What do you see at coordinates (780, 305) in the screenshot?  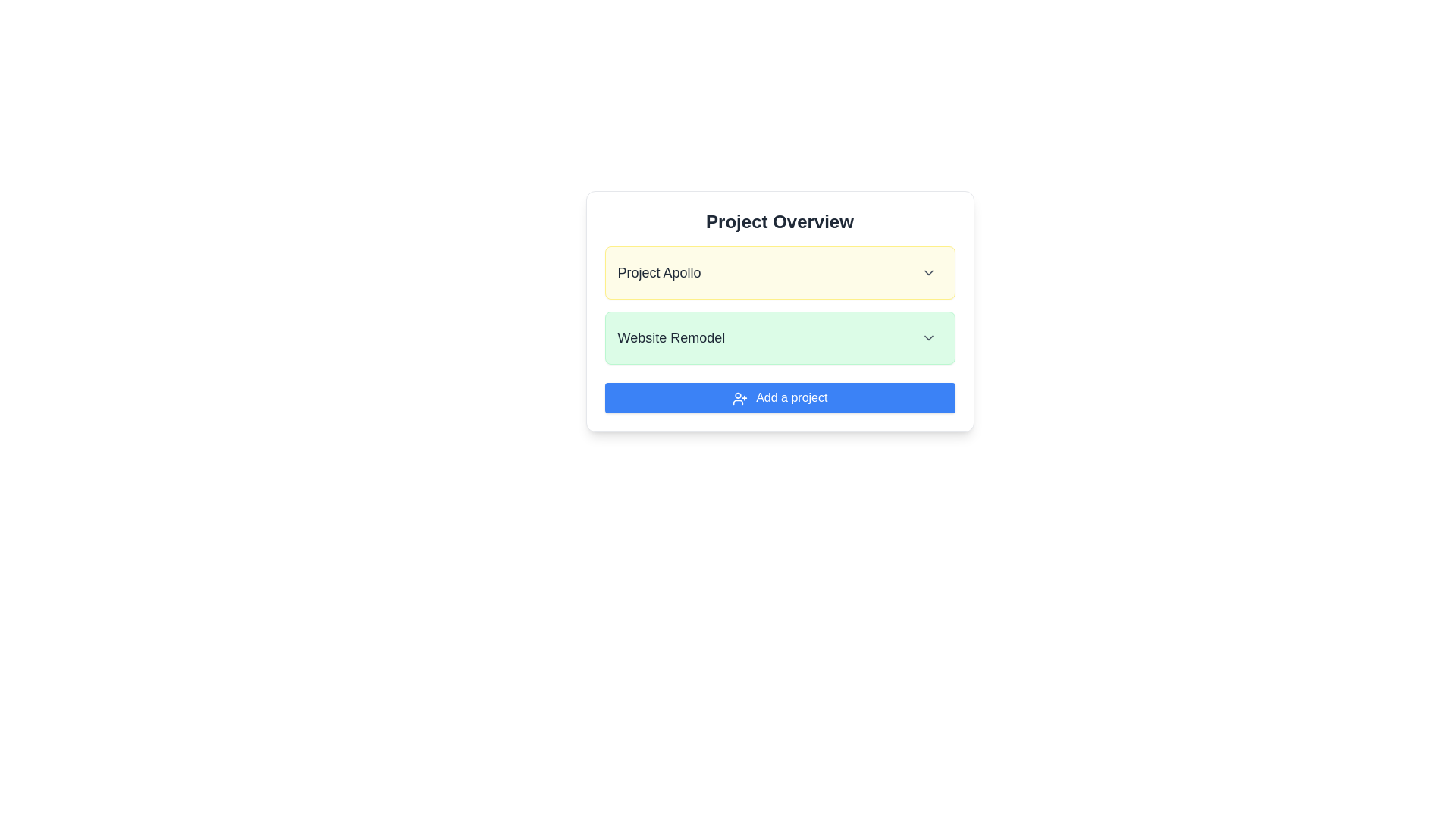 I see `the 'Project Apollo' block in the list of selectable items for rearranging its order, located below the title 'Project Overview' and above the blue 'Add a project' button` at bounding box center [780, 305].